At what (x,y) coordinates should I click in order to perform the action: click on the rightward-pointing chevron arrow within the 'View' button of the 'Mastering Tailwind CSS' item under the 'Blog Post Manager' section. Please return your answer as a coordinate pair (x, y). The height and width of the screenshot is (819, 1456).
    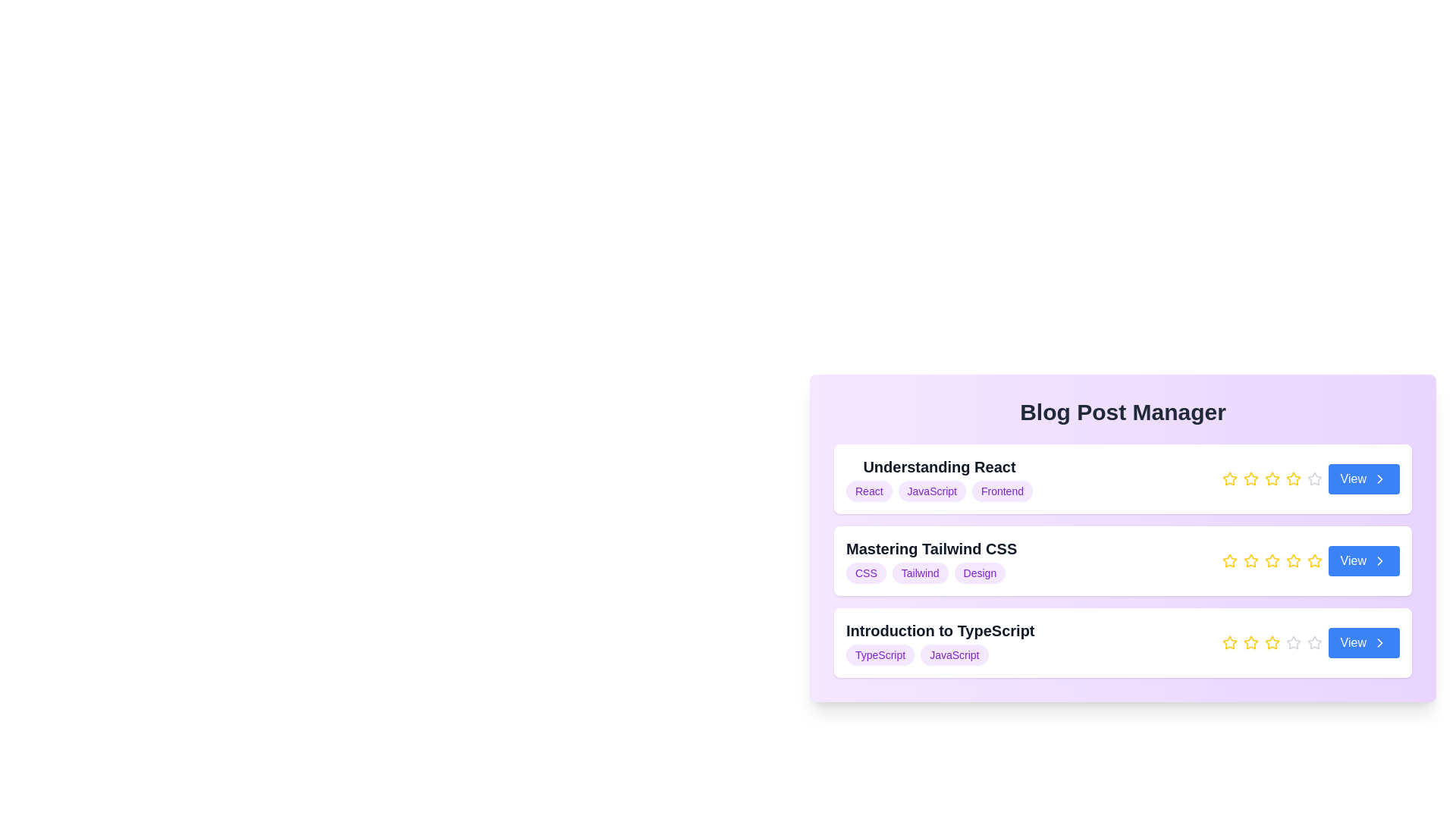
    Looking at the image, I should click on (1379, 561).